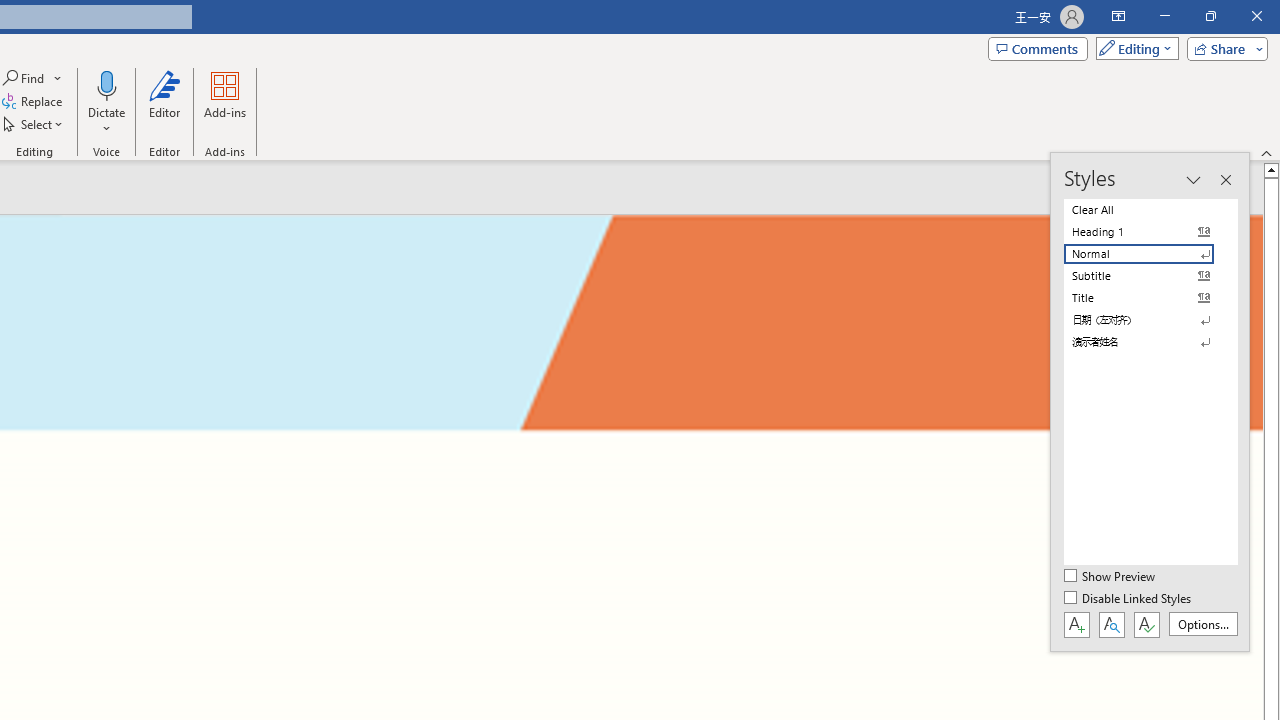  Describe the element at coordinates (1150, 276) in the screenshot. I see `'Subtitle'` at that location.